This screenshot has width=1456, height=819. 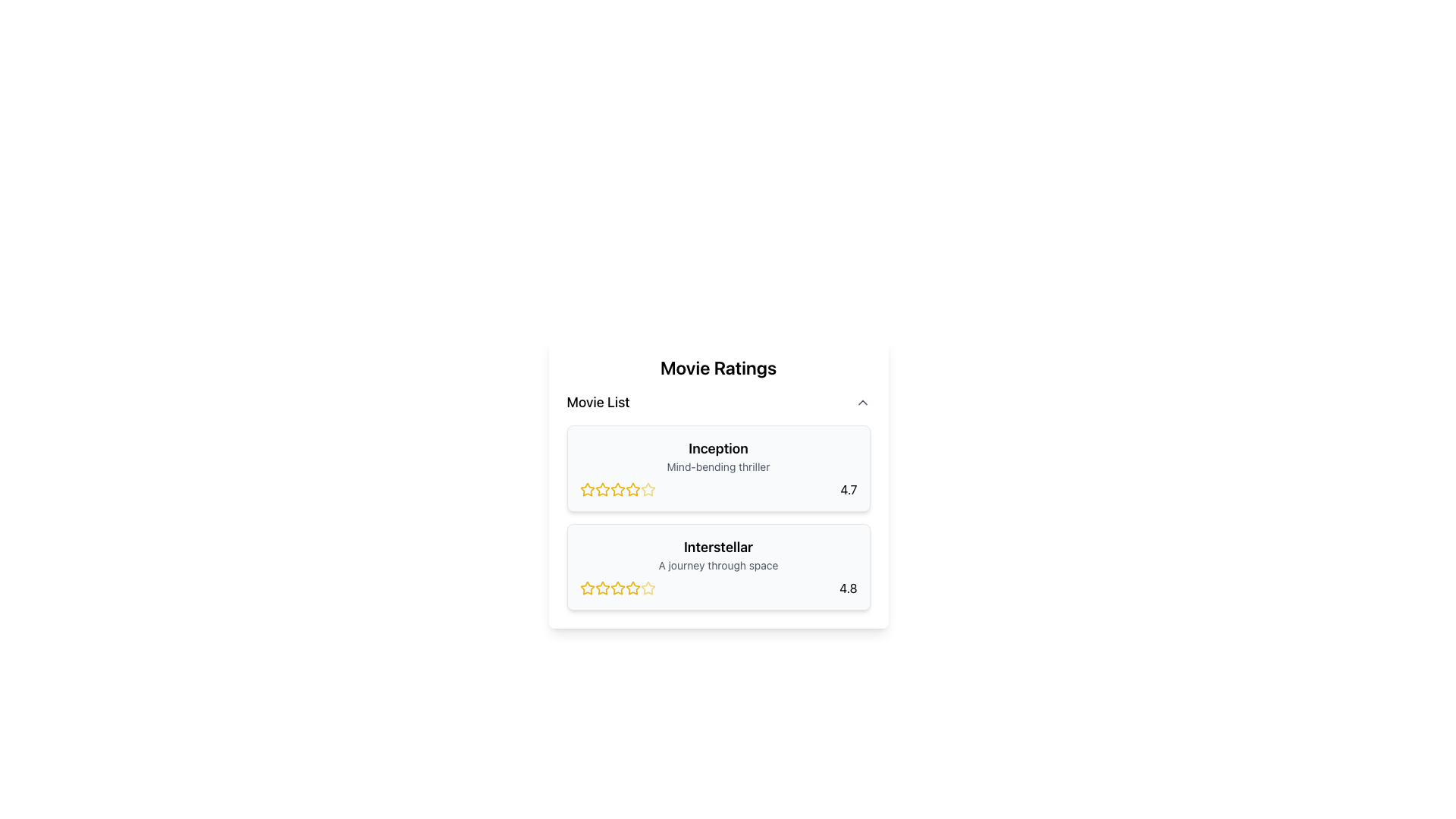 I want to click on the third rating star for the movie 'Interstellar', indicating a 3-star rating, so click(x=617, y=587).